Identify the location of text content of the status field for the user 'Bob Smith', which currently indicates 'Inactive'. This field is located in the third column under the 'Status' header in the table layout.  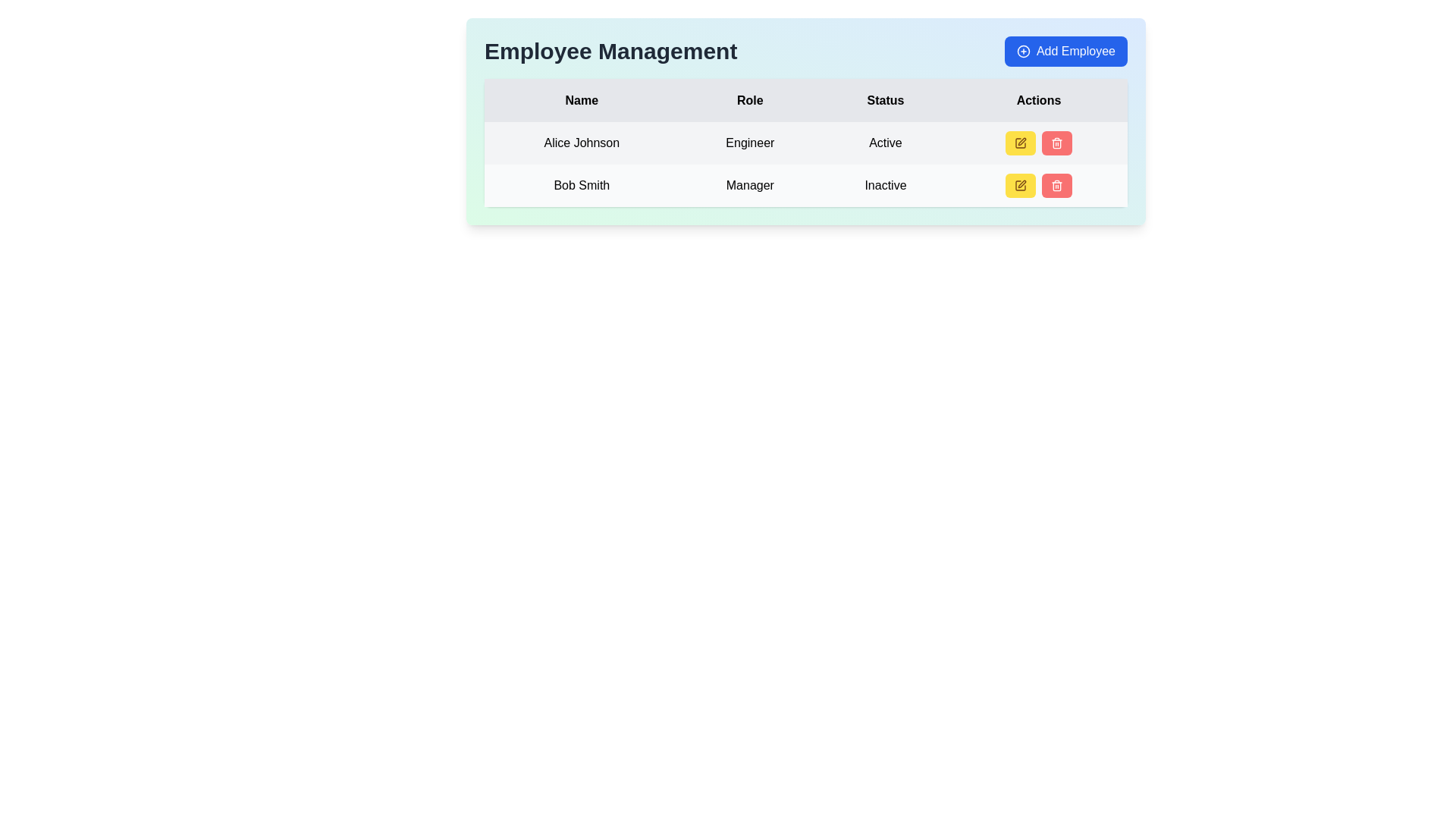
(885, 185).